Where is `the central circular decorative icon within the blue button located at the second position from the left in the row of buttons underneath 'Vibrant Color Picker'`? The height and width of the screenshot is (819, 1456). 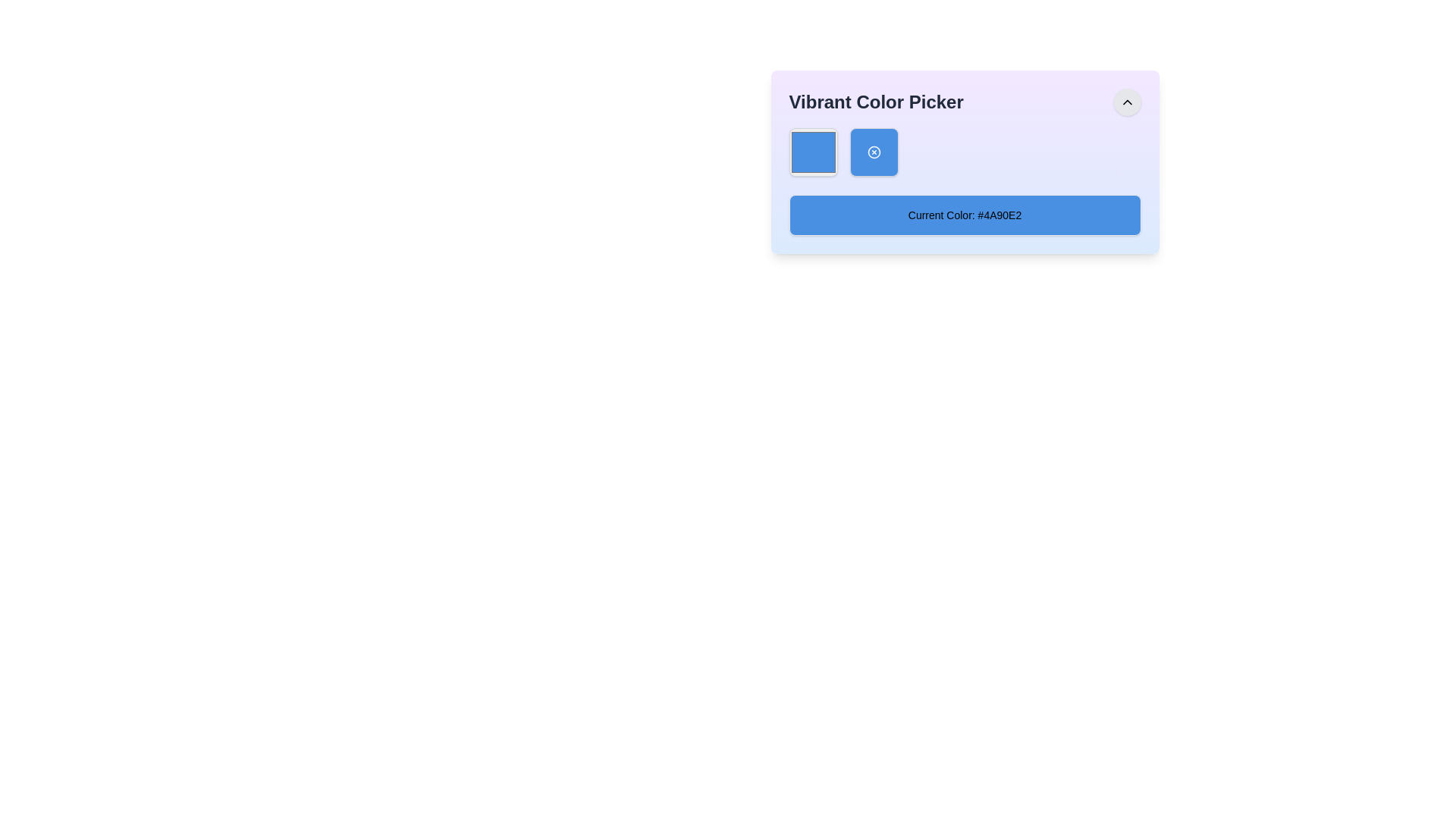 the central circular decorative icon within the blue button located at the second position from the left in the row of buttons underneath 'Vibrant Color Picker' is located at coordinates (874, 152).